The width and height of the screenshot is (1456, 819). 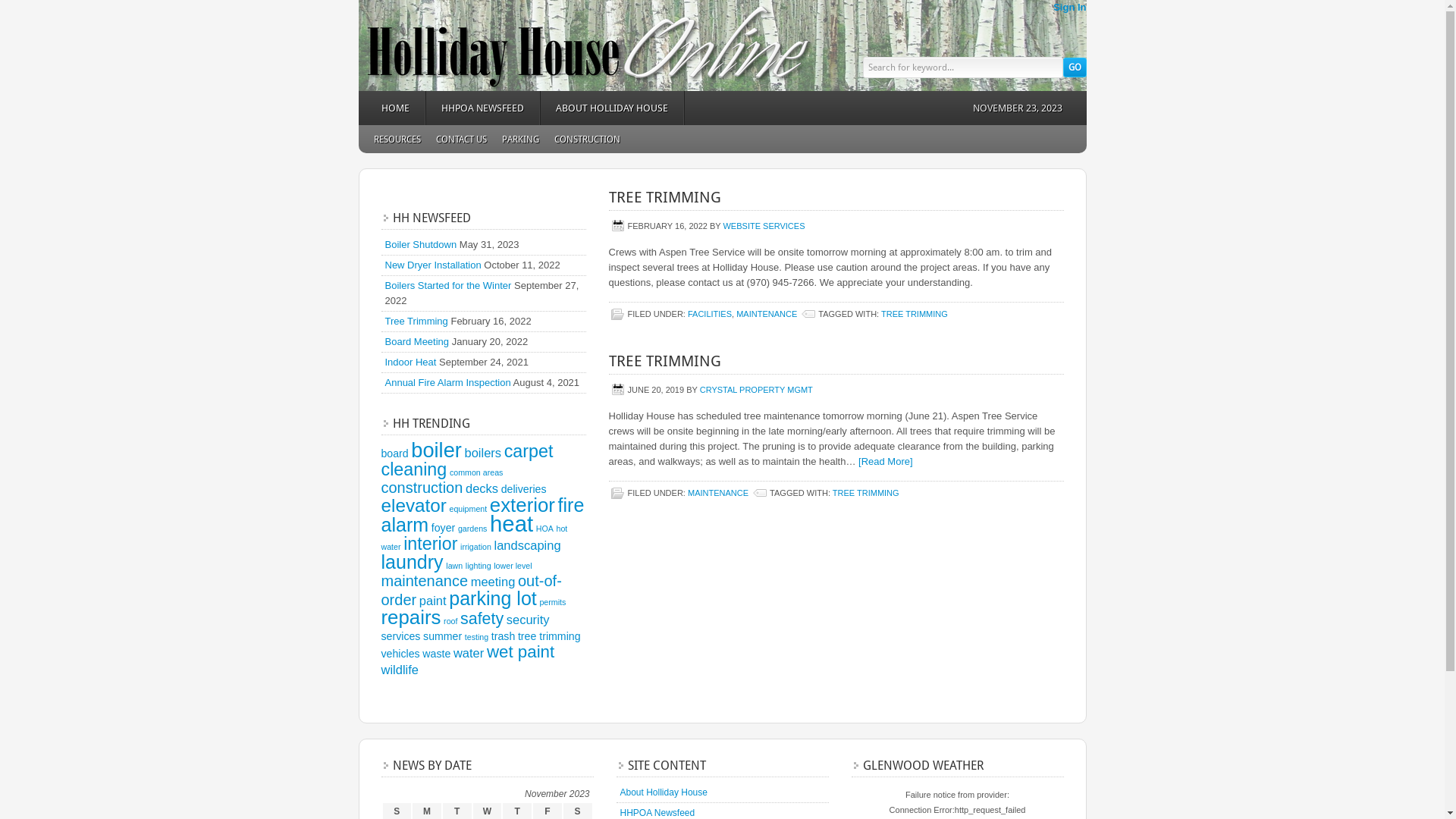 What do you see at coordinates (422, 652) in the screenshot?
I see `'waste'` at bounding box center [422, 652].